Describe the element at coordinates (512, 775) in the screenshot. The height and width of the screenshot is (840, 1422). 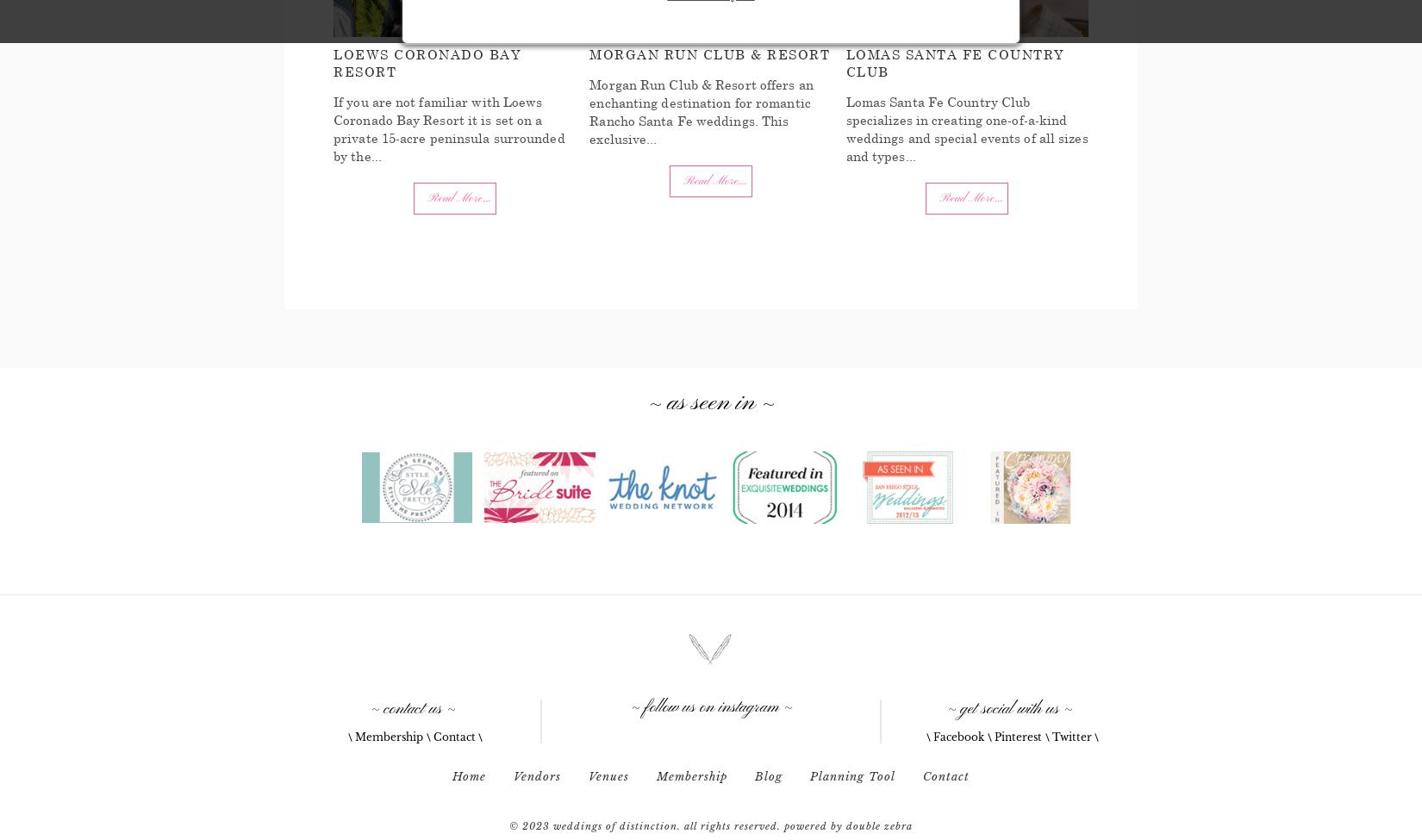
I see `'Vendors'` at that location.